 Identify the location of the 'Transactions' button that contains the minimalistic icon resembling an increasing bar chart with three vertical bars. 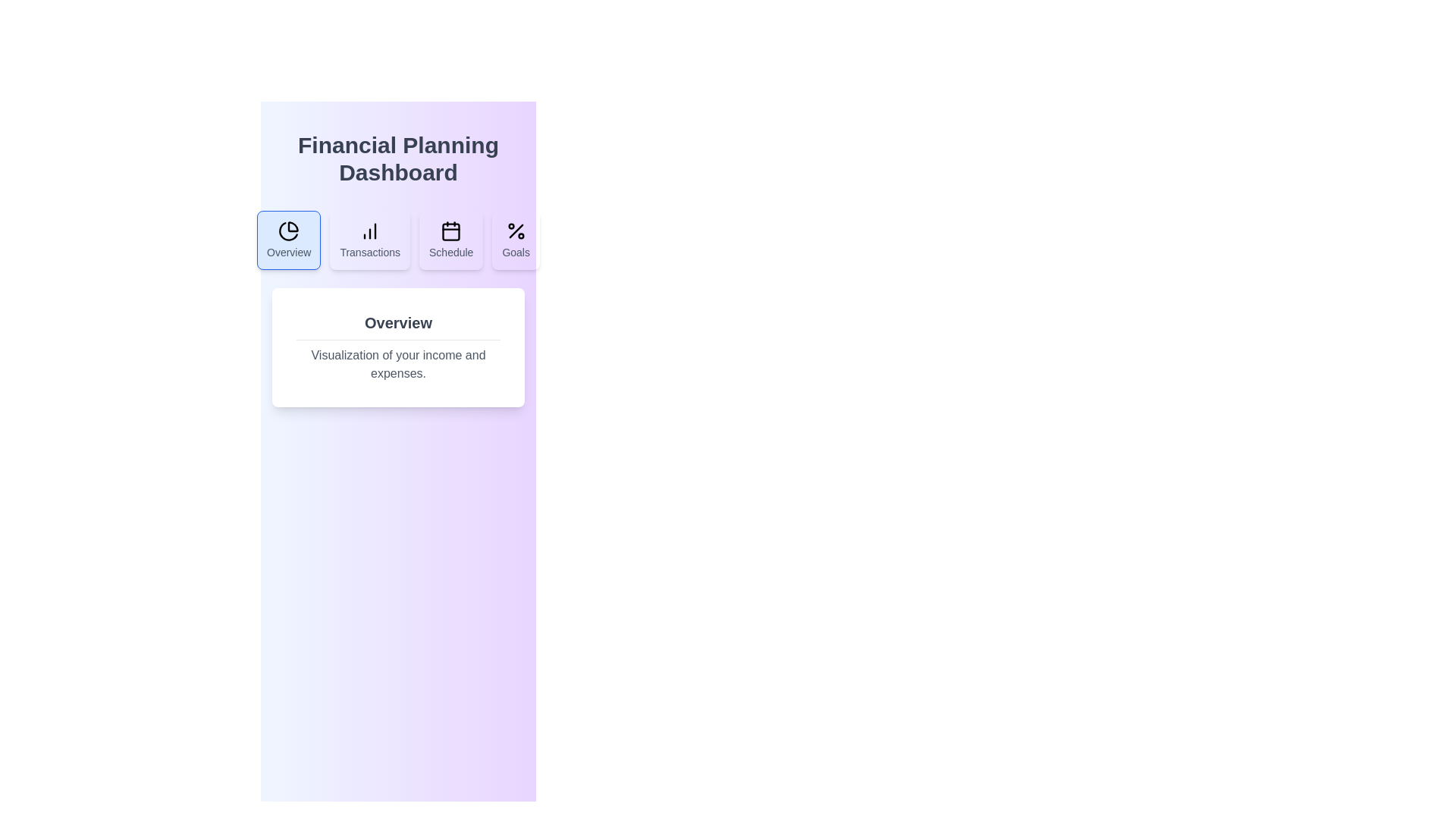
(370, 231).